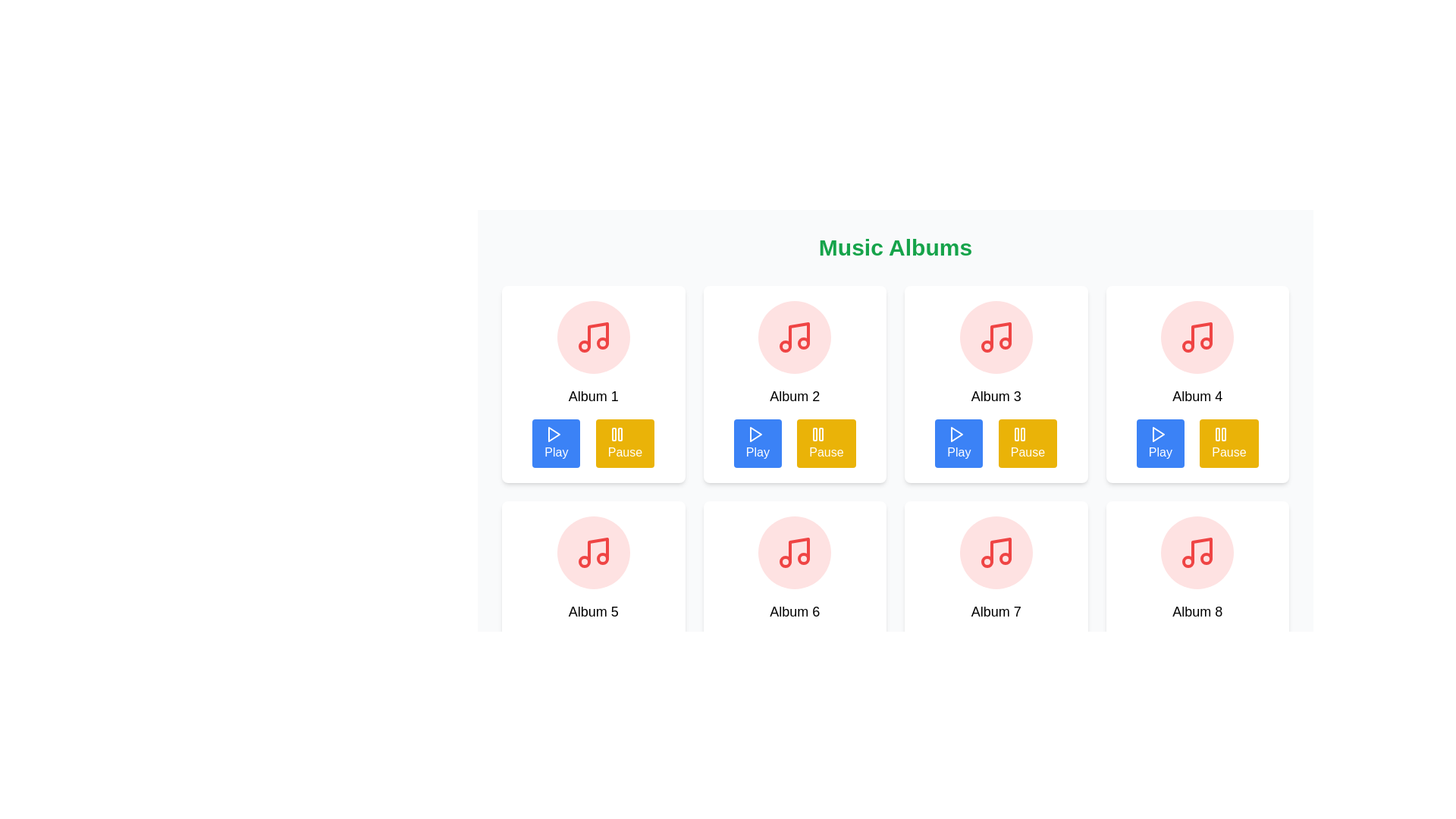 This screenshot has height=819, width=1456. Describe the element at coordinates (1197, 396) in the screenshot. I see `the text label 'Album 4' which is located beneath the musical note icon and above the 'Play' and 'Pause' buttons in the fourth tile of the first row` at that location.